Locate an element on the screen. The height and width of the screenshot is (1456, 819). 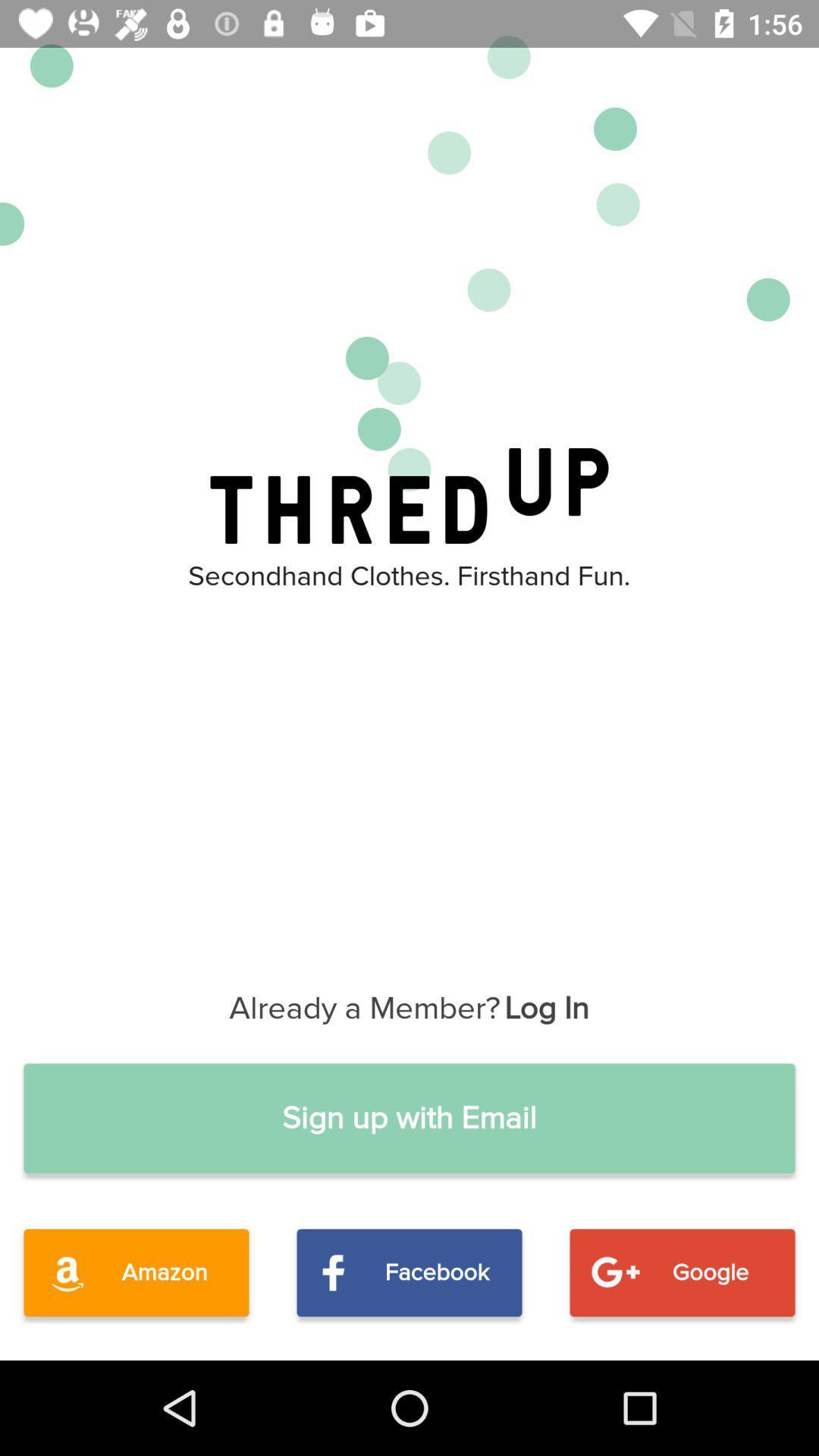
app below the already a member? is located at coordinates (409, 1118).